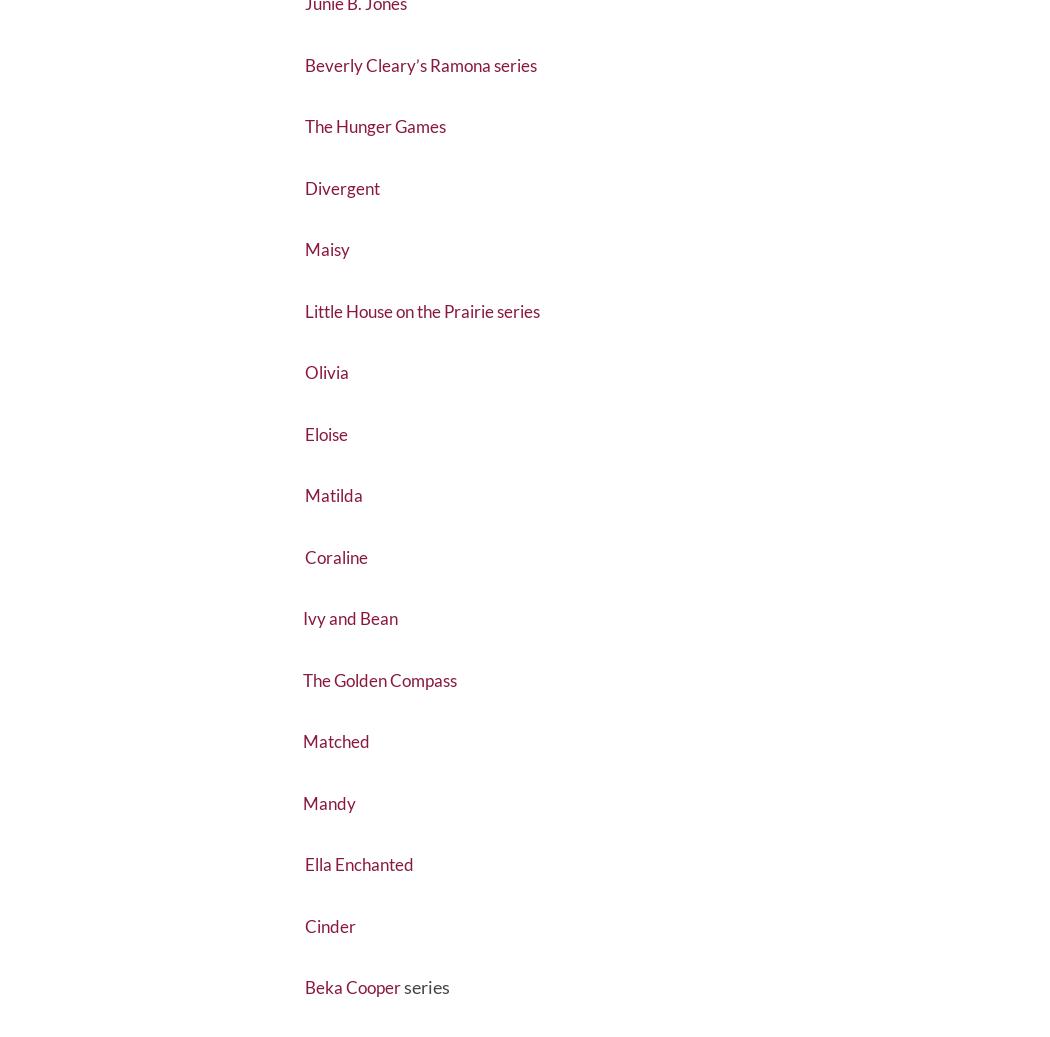 Image resolution: width=1050 pixels, height=1037 pixels. Describe the element at coordinates (329, 421) in the screenshot. I see `'Olivia'` at that location.